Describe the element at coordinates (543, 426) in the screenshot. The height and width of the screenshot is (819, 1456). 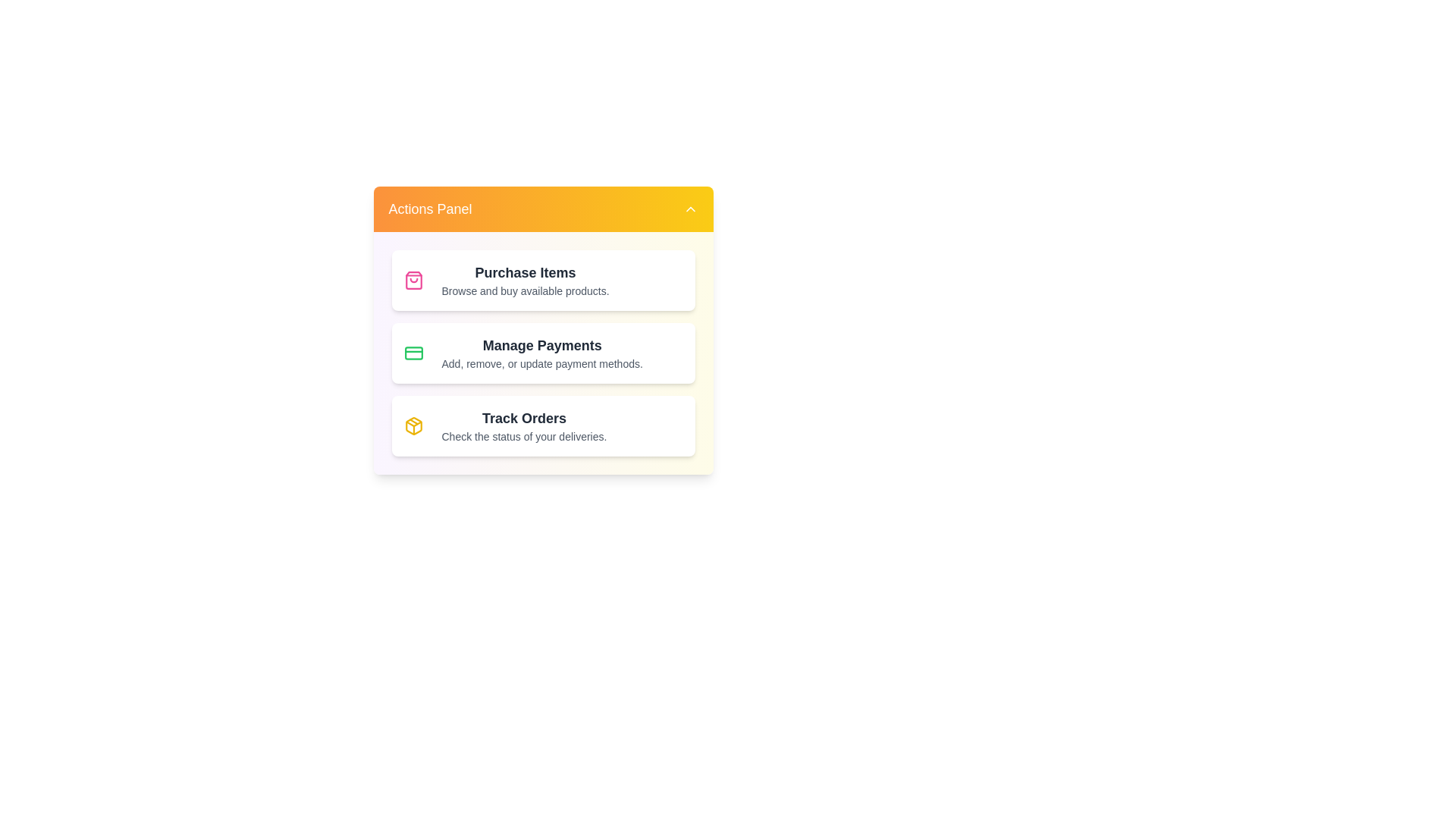
I see `the action item Track Orders to reveal further details` at that location.